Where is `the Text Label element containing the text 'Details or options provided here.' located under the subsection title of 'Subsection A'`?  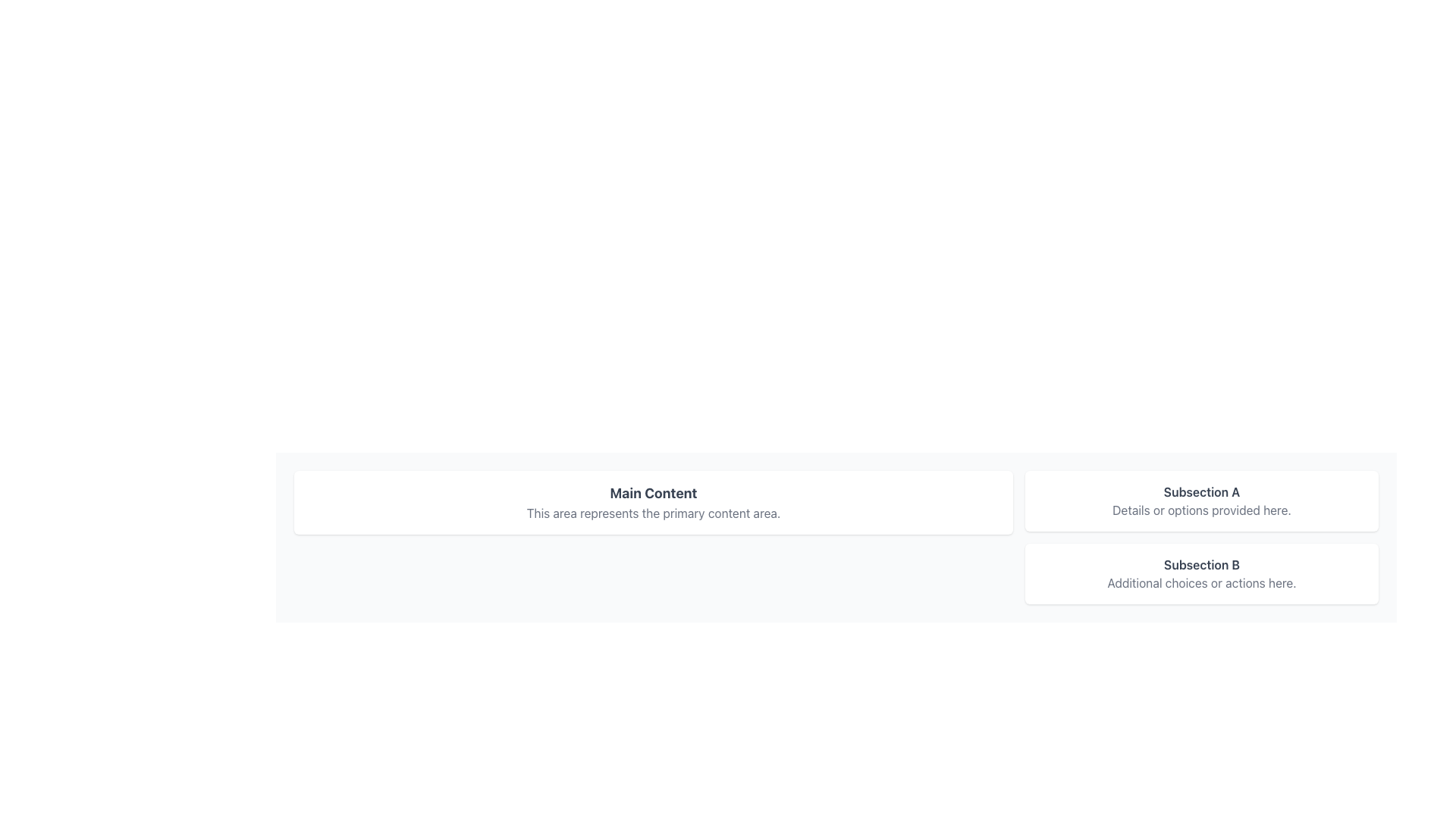
the Text Label element containing the text 'Details or options provided here.' located under the subsection title of 'Subsection A' is located at coordinates (1200, 510).